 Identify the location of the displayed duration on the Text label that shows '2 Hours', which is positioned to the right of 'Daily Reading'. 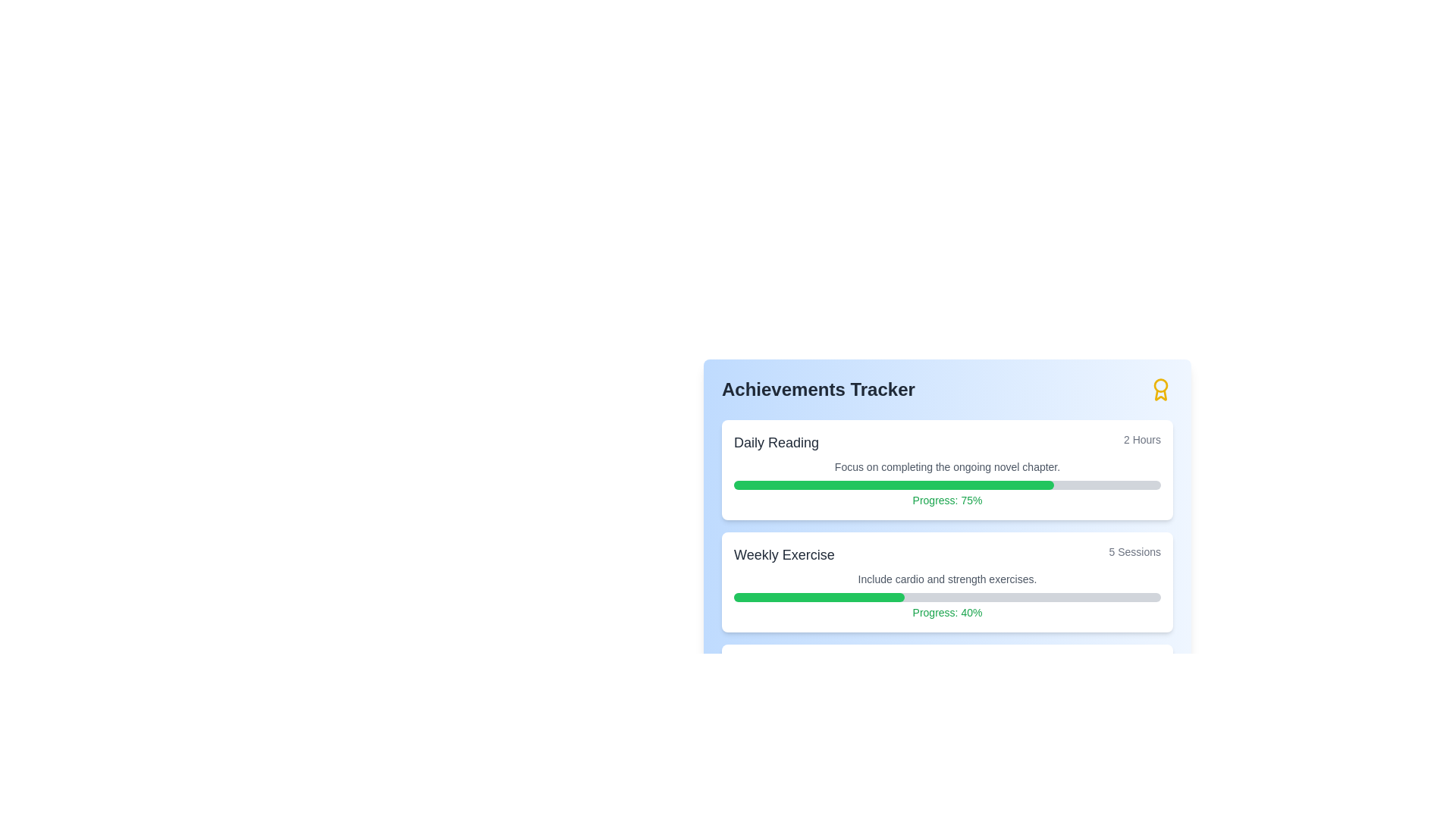
(1142, 442).